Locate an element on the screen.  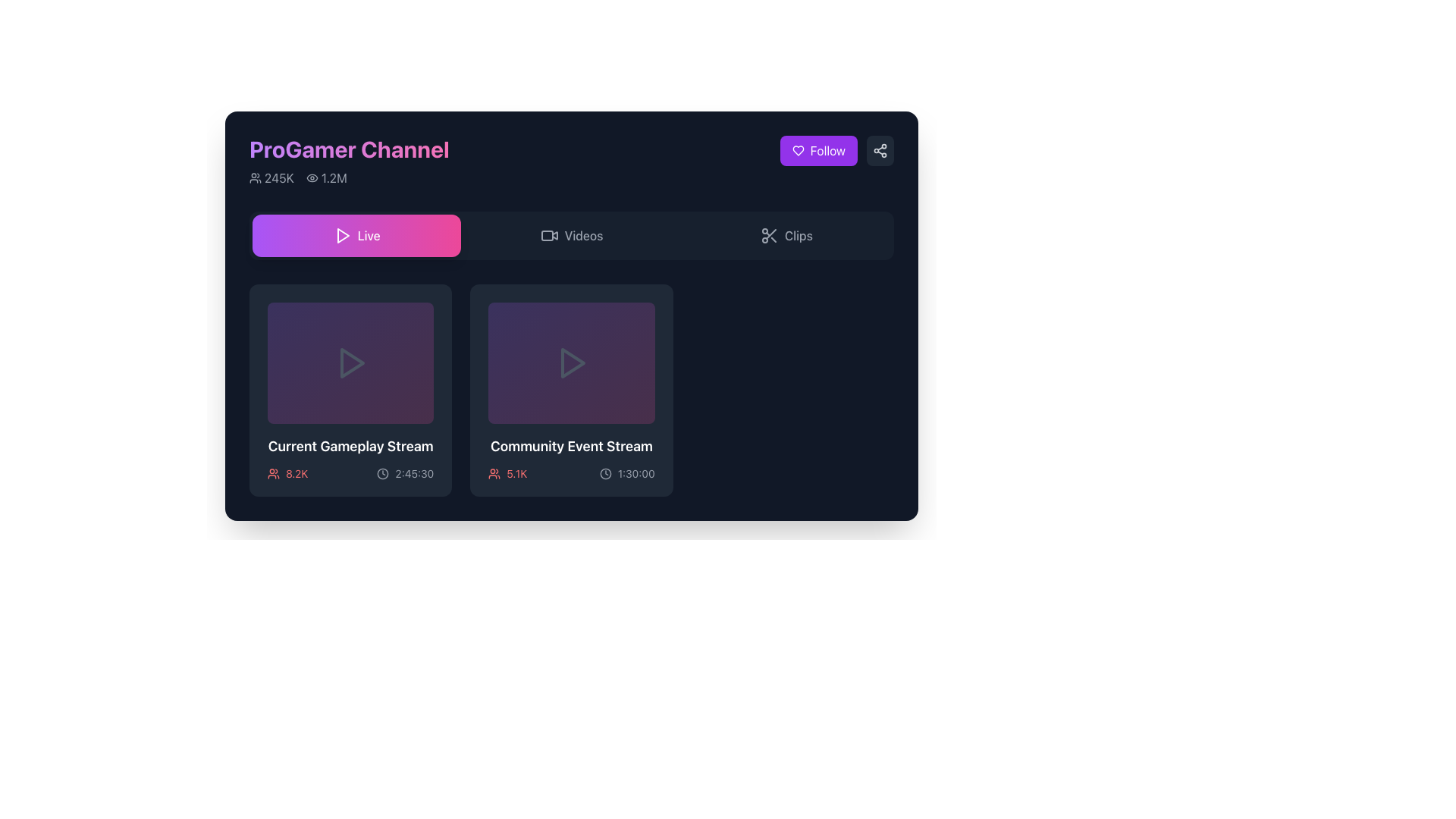
the 'Clips' button located in the rightmost section of the navigation bar, which is labeled with the text 'Clips' and has an icon resembling scissors is located at coordinates (786, 236).